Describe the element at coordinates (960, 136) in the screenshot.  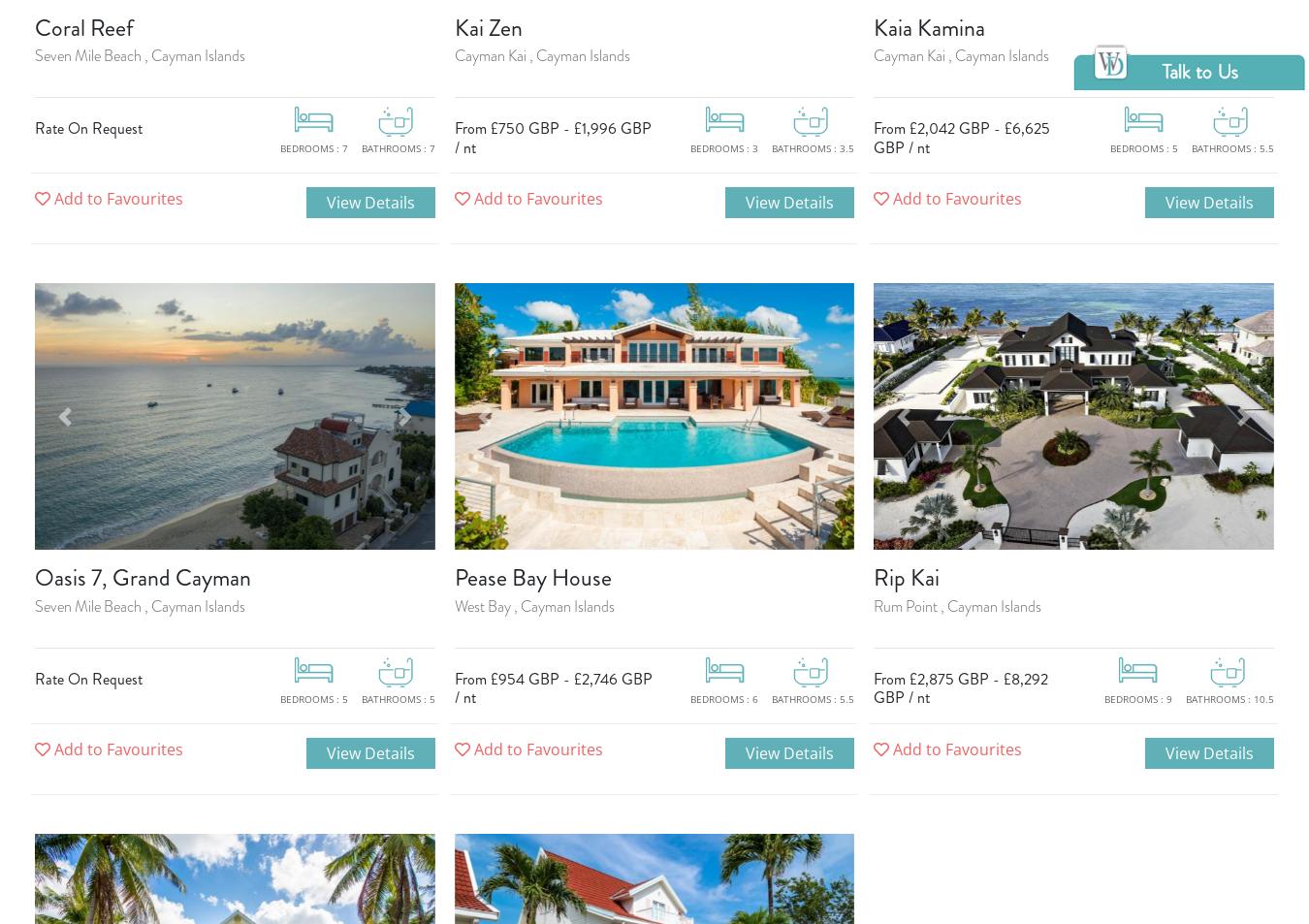
I see `'From £2,042 GBP - £6,625 GBP / nt'` at that location.